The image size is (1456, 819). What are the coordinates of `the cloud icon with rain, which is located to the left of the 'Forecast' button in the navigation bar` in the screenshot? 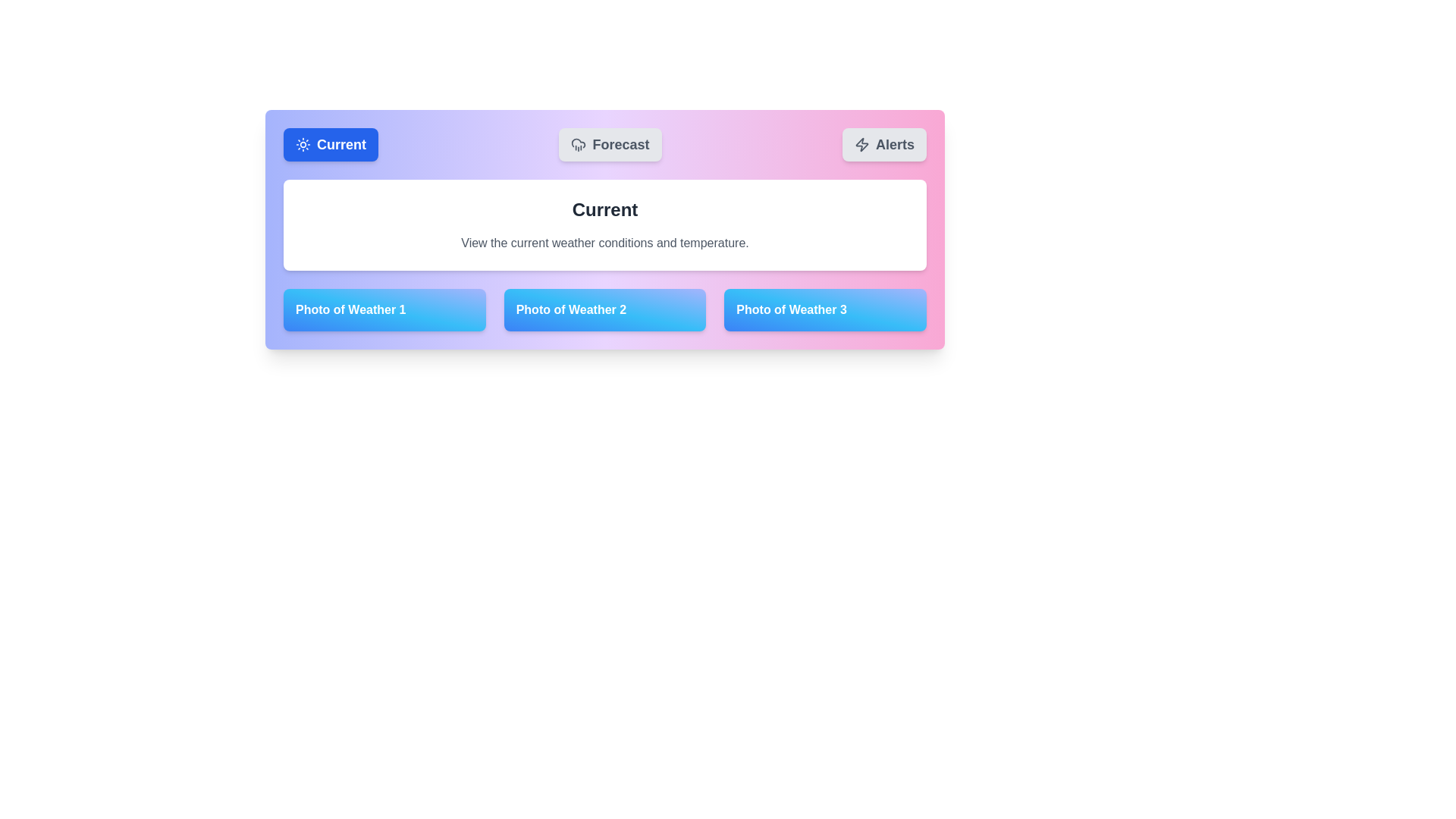 It's located at (578, 145).